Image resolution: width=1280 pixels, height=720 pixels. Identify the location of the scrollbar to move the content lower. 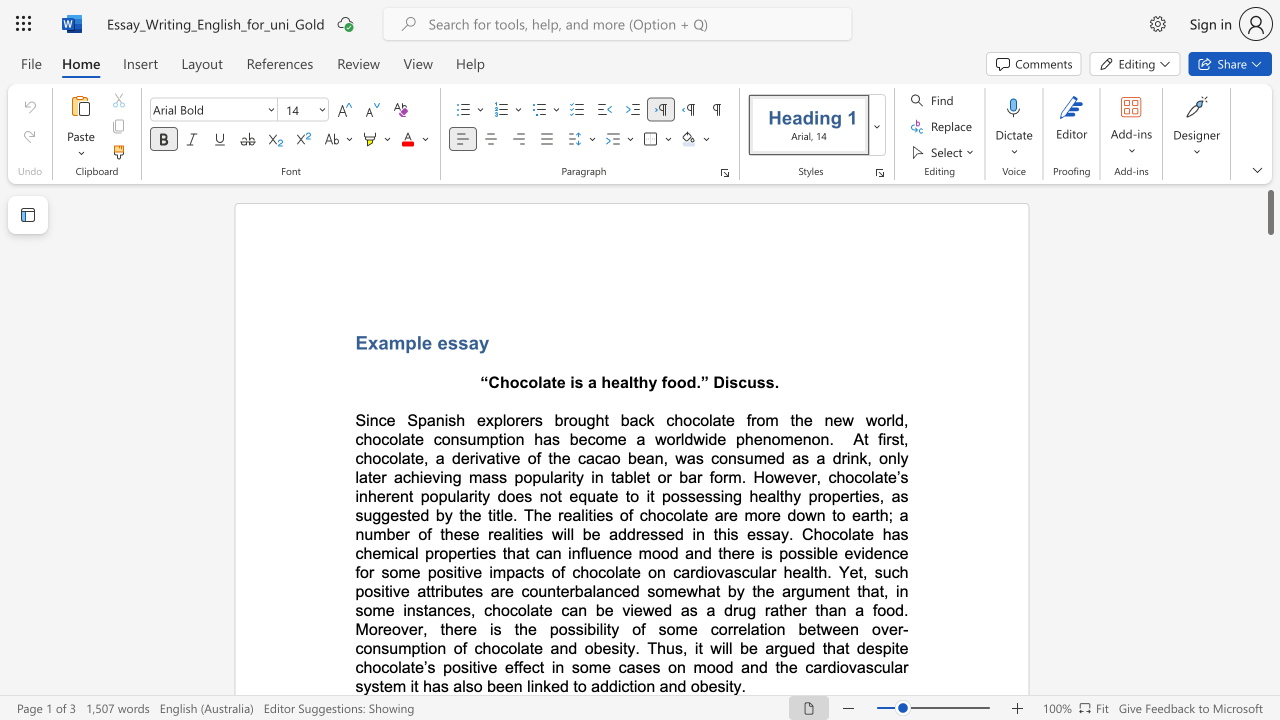
(1269, 640).